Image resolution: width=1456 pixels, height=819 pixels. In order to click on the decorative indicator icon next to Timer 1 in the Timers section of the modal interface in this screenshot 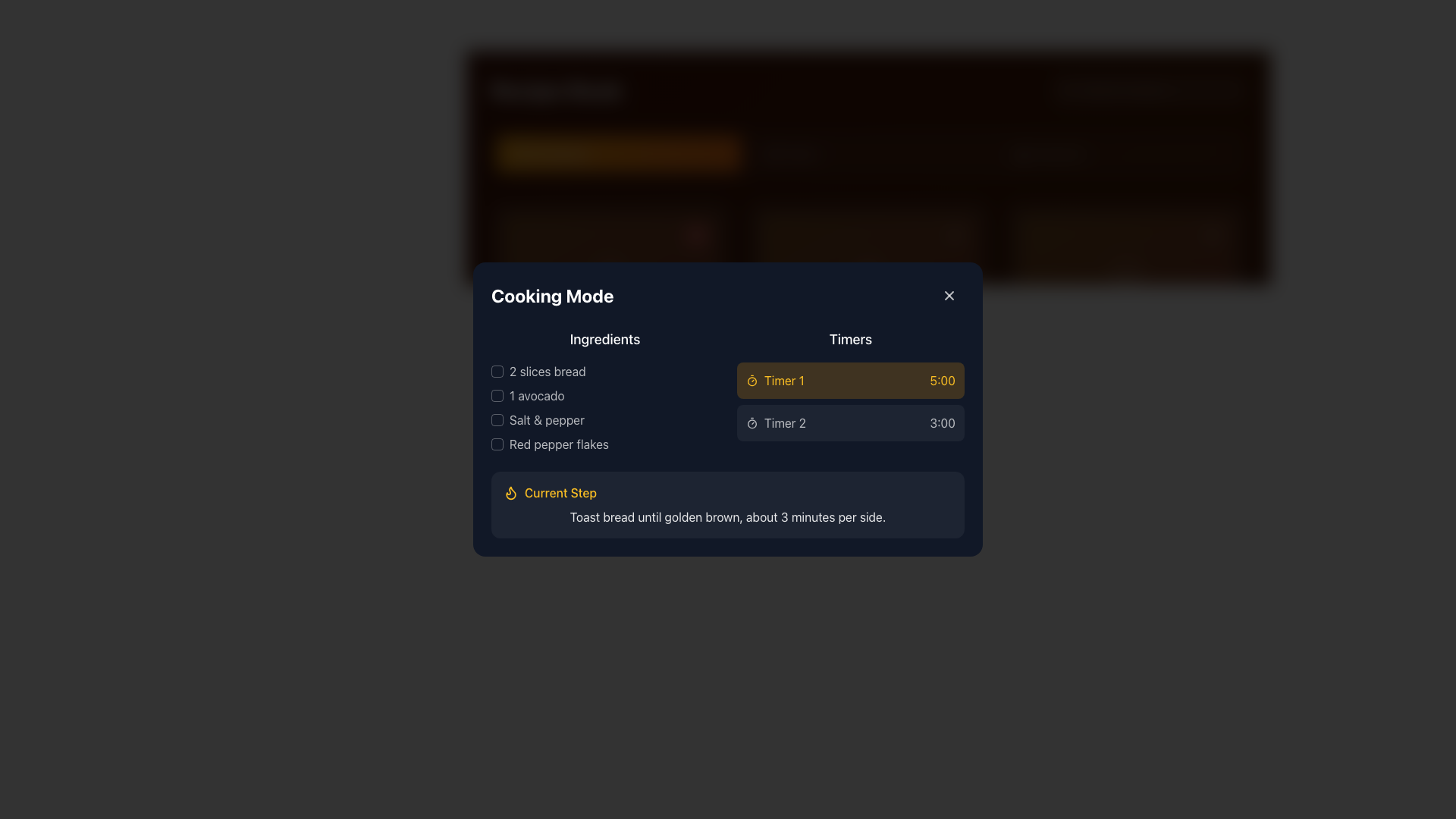, I will do `click(924, 358)`.